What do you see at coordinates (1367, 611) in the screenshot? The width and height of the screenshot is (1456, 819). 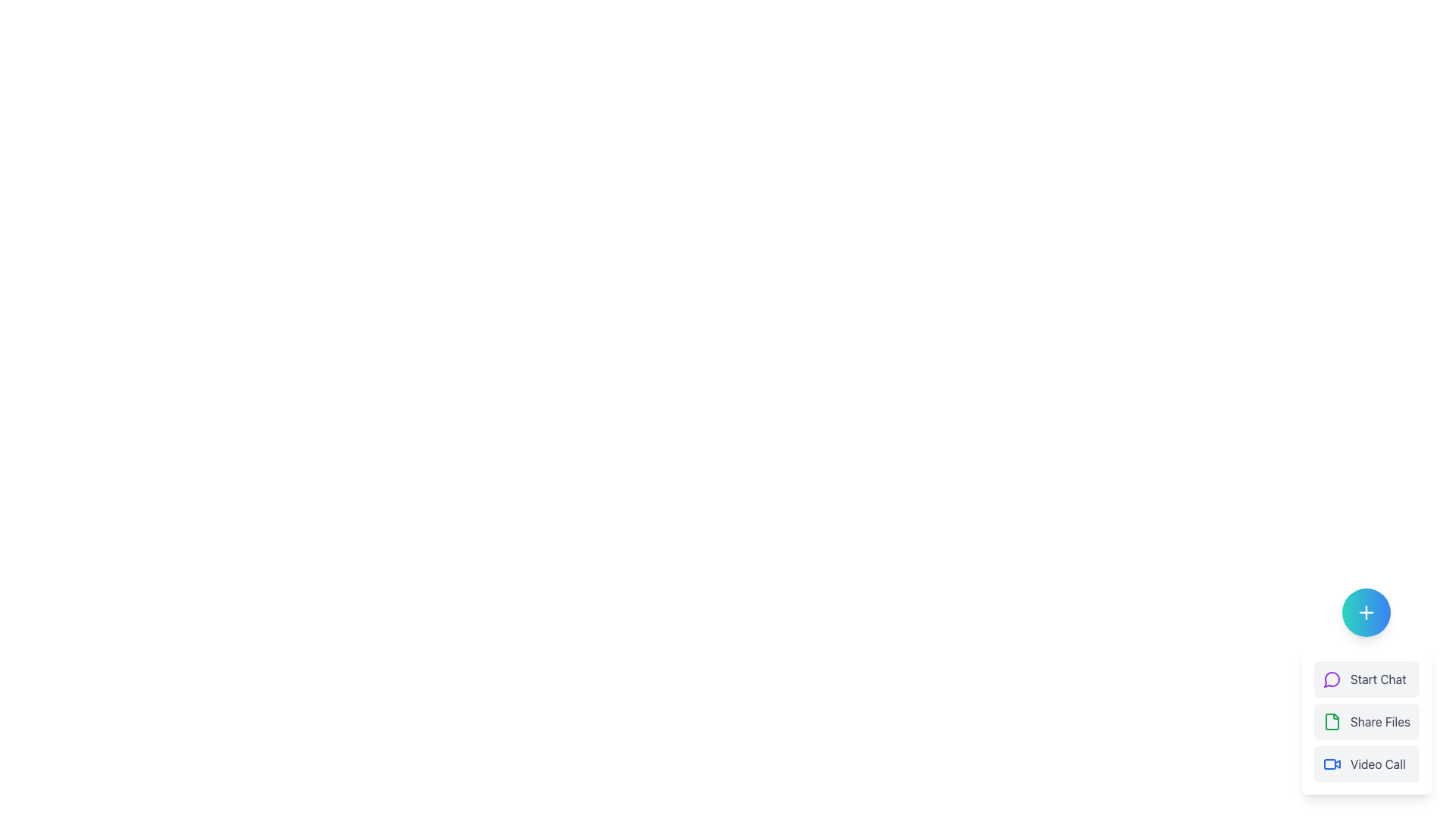 I see `the Circular Icon Button located in the bottom-right corner` at bounding box center [1367, 611].